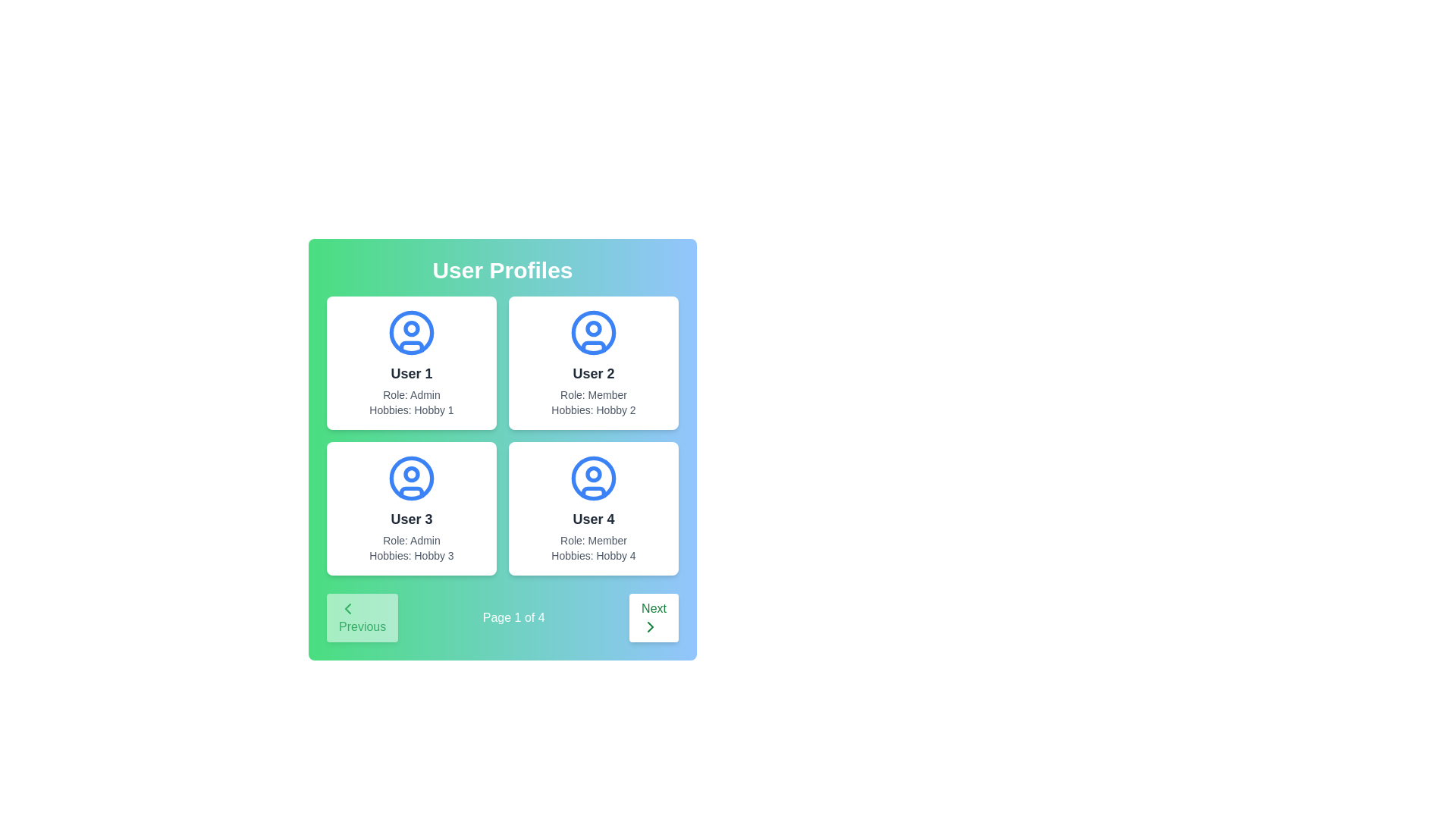  I want to click on the decorative SVG circle element representing the profile of 'User 2' located in the top-right user profile item, so click(592, 332).